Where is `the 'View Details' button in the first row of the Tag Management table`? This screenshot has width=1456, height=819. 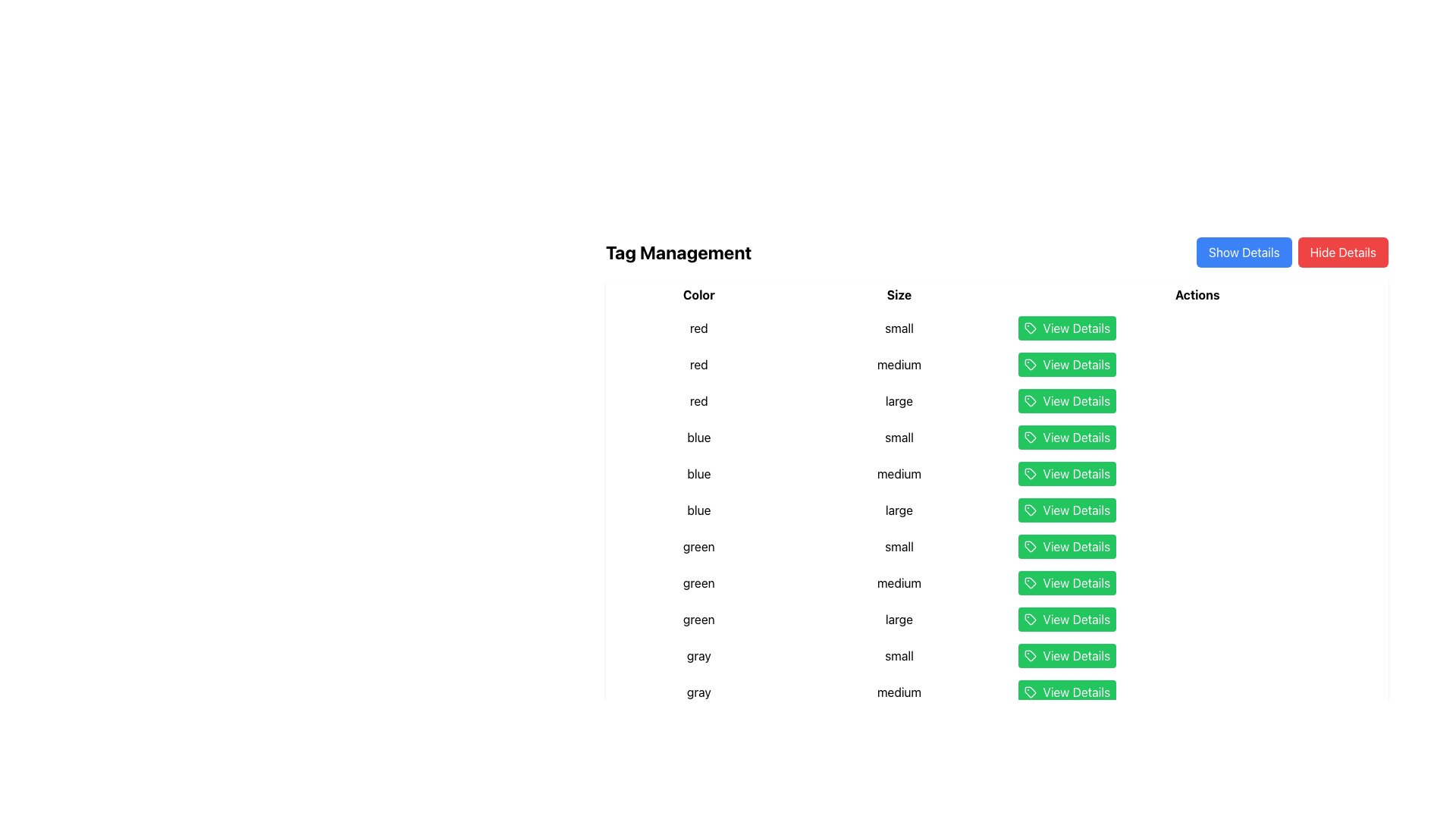 the 'View Details' button in the first row of the Tag Management table is located at coordinates (997, 327).